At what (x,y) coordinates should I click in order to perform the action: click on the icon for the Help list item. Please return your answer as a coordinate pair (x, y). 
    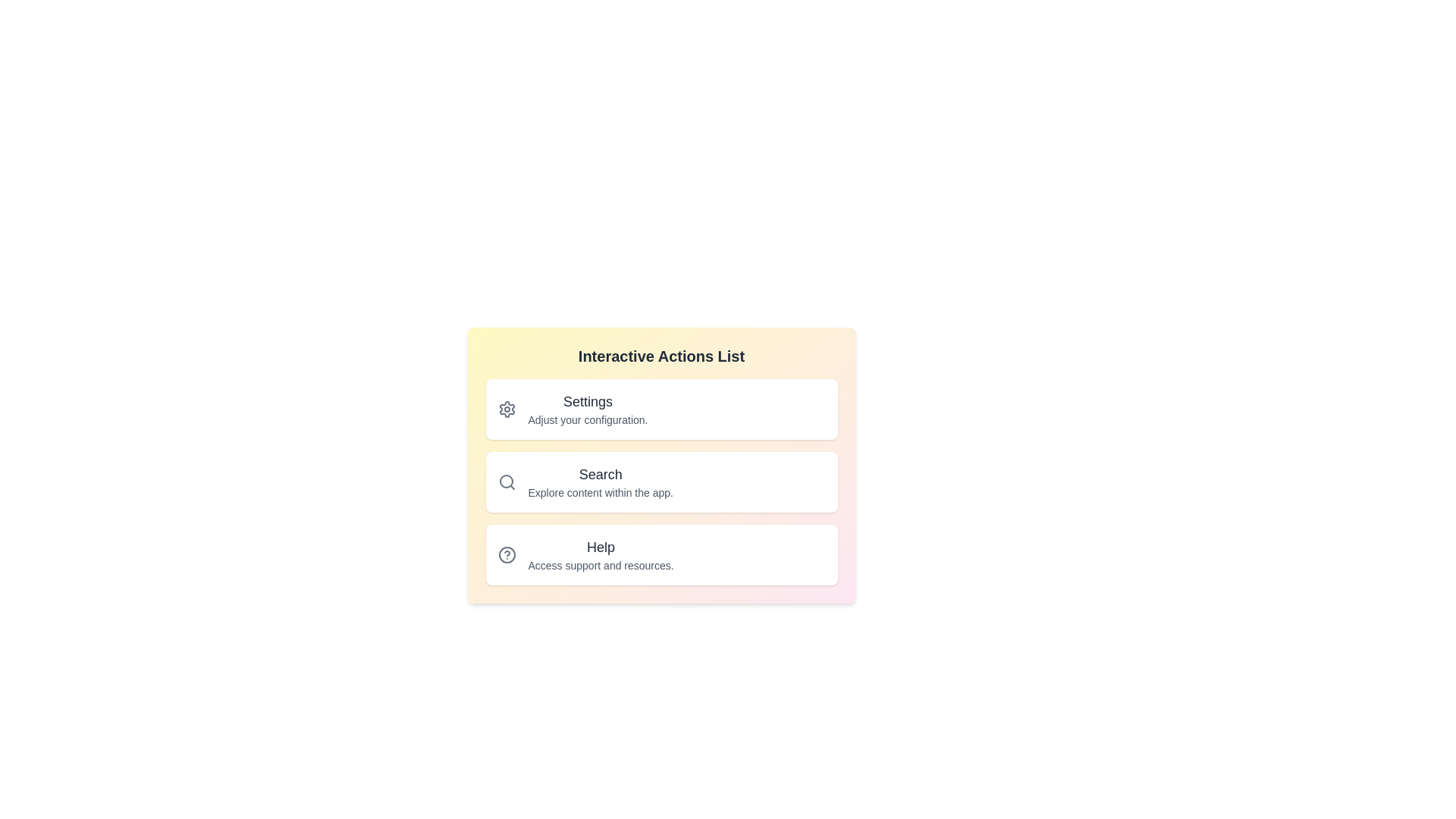
    Looking at the image, I should click on (507, 555).